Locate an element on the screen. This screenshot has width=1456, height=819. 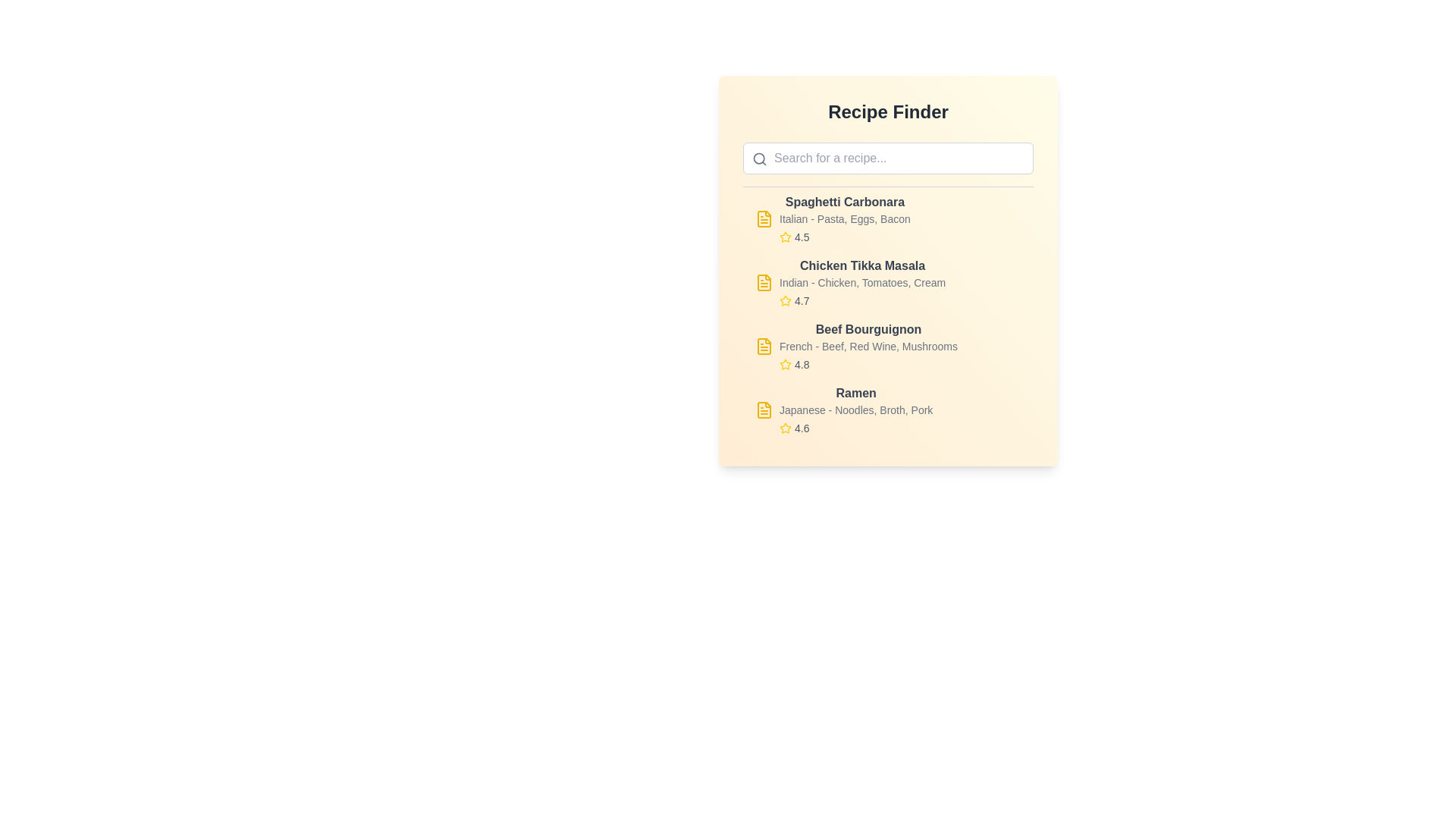
the document icon related to 'Beef Bourguignon' located at the start of its list item is located at coordinates (764, 346).